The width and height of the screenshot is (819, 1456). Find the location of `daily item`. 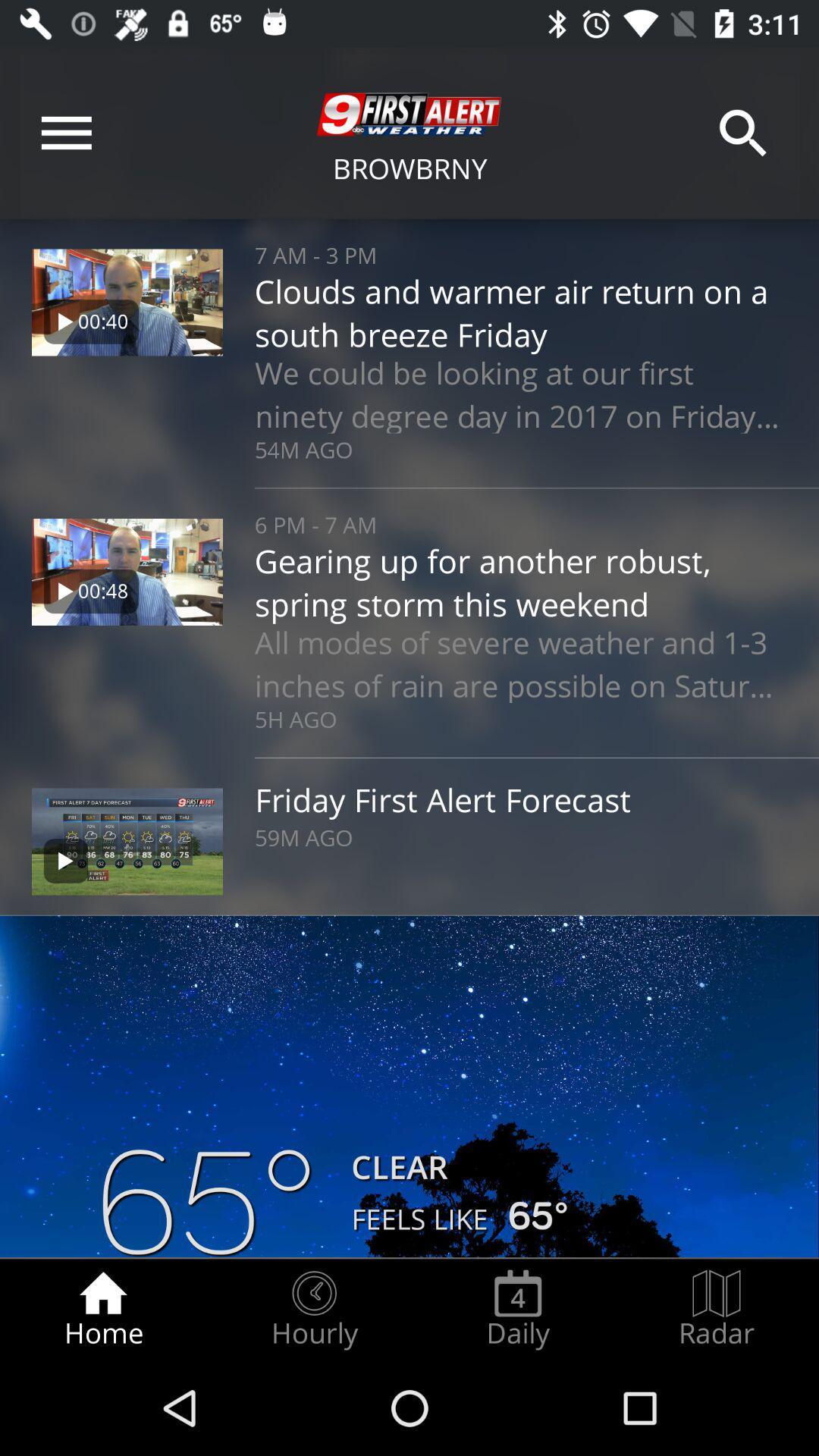

daily item is located at coordinates (517, 1309).